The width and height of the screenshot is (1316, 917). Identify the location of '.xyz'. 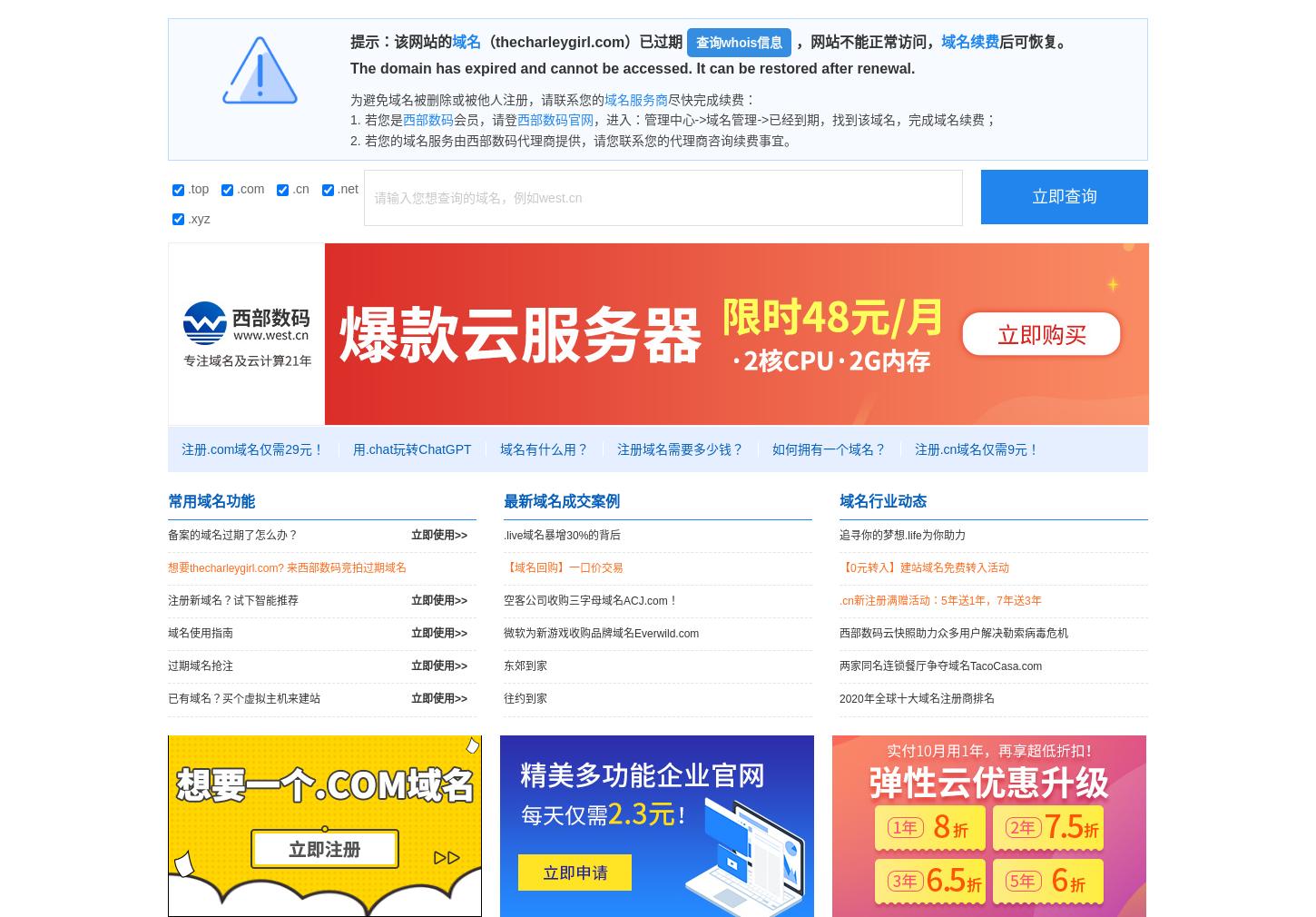
(196, 216).